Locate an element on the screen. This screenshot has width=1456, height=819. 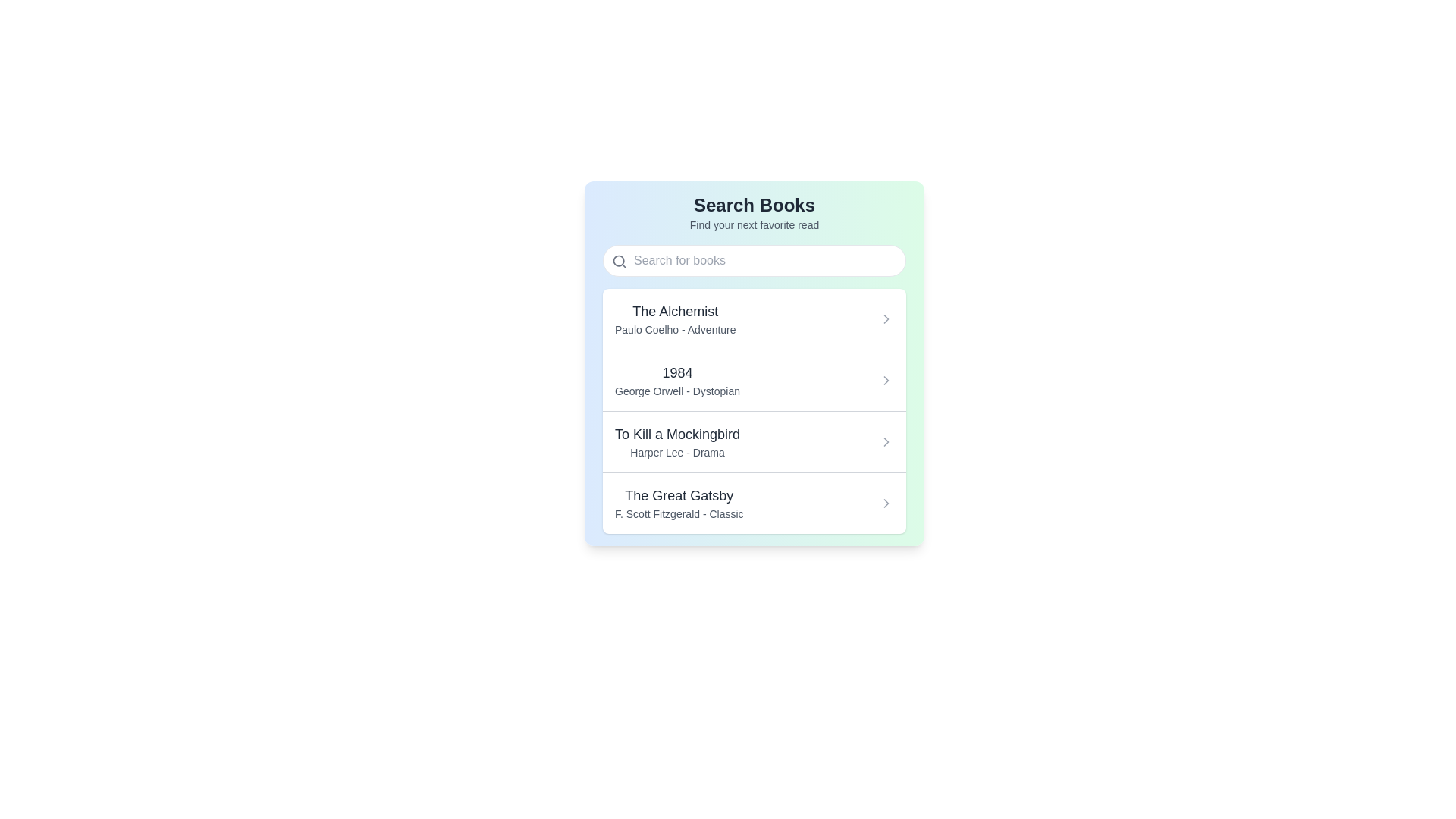
the last book item displayed in the 'Search Books' interface, located in the fourth row of the list, which includes the book's title and supplementary information is located at coordinates (678, 503).